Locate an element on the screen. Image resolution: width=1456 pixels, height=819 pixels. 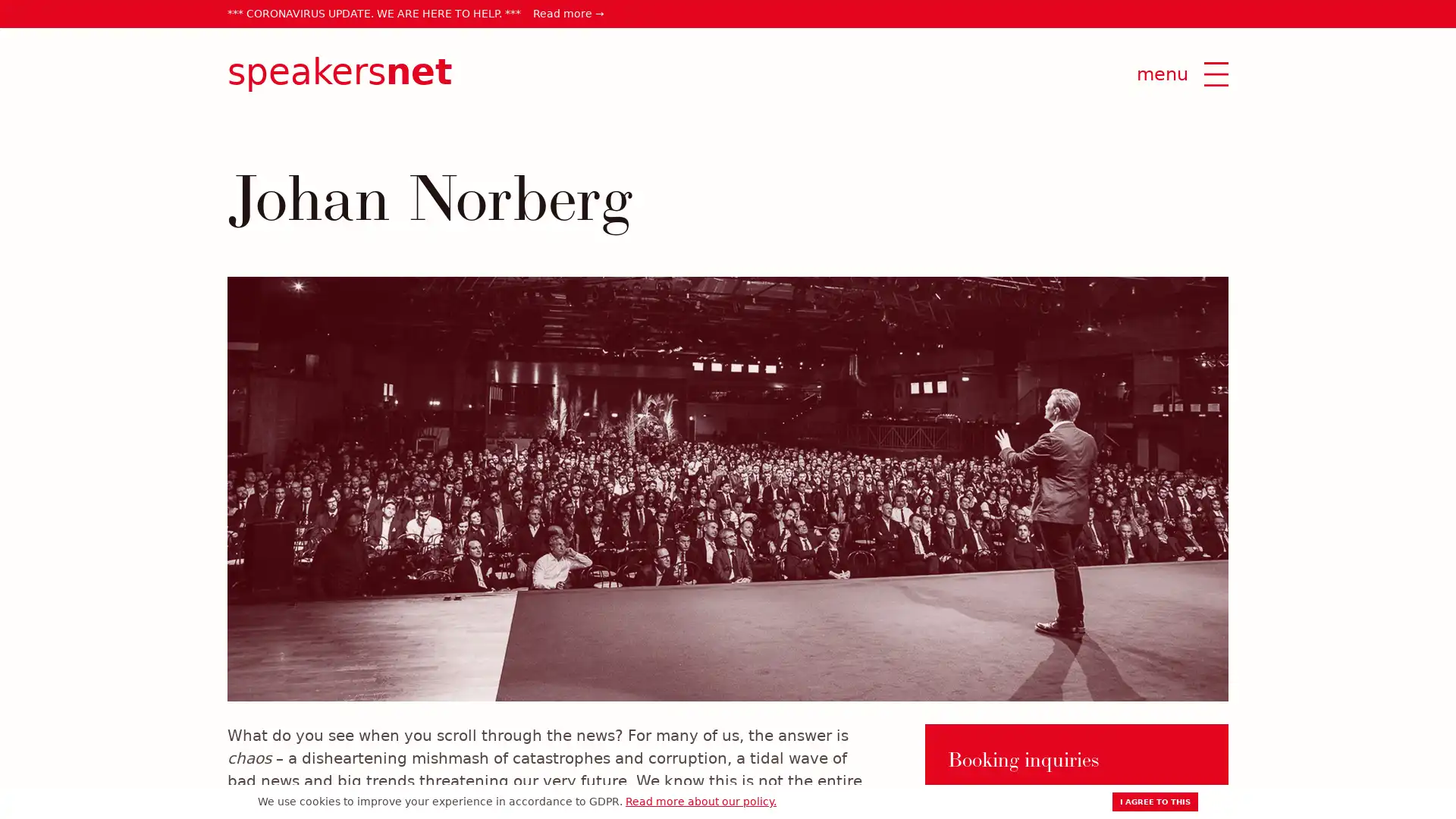
I AGREE TO THIS is located at coordinates (1154, 801).